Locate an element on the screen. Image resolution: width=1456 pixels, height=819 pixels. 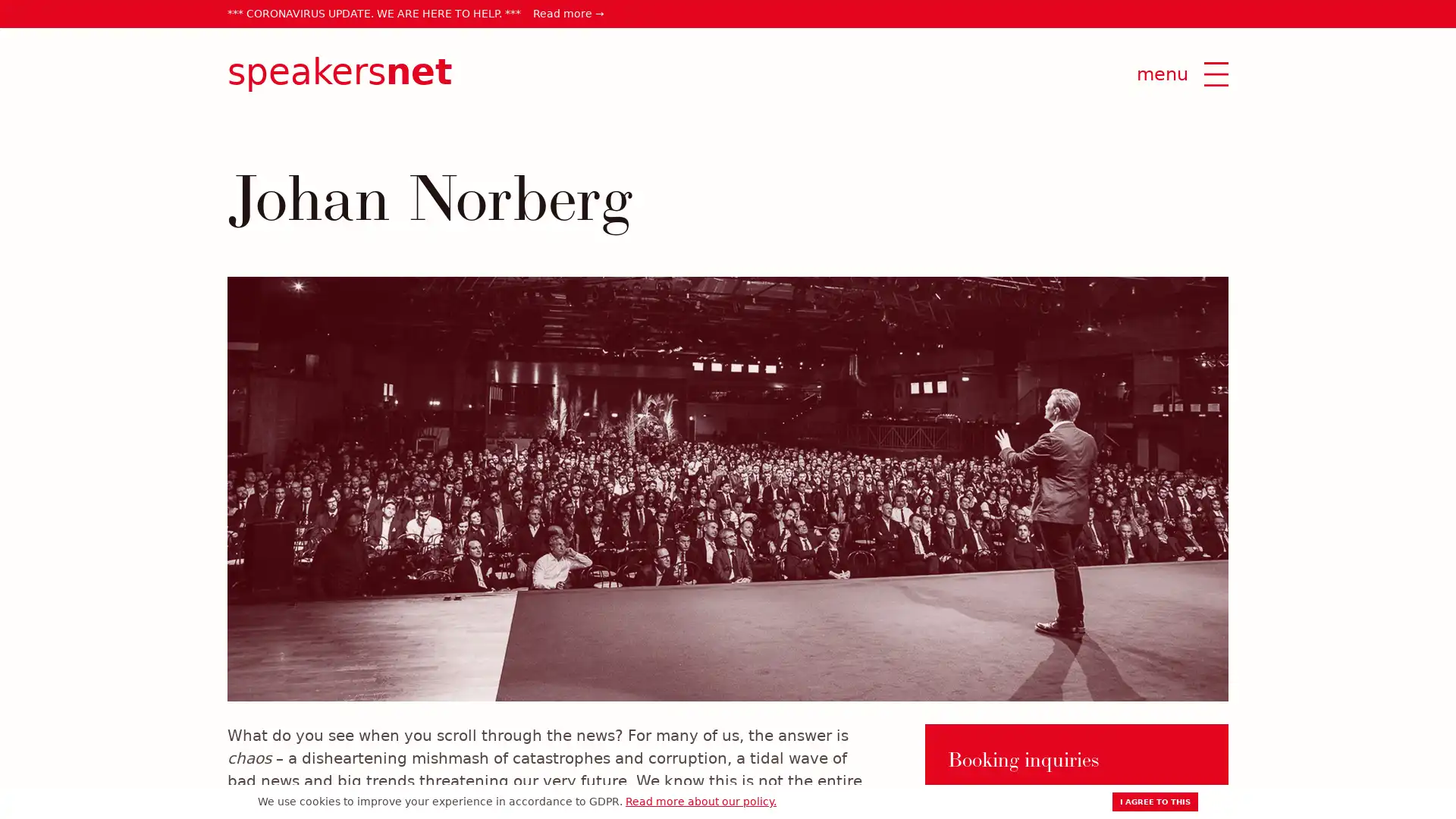
I AGREE TO THIS is located at coordinates (1154, 801).